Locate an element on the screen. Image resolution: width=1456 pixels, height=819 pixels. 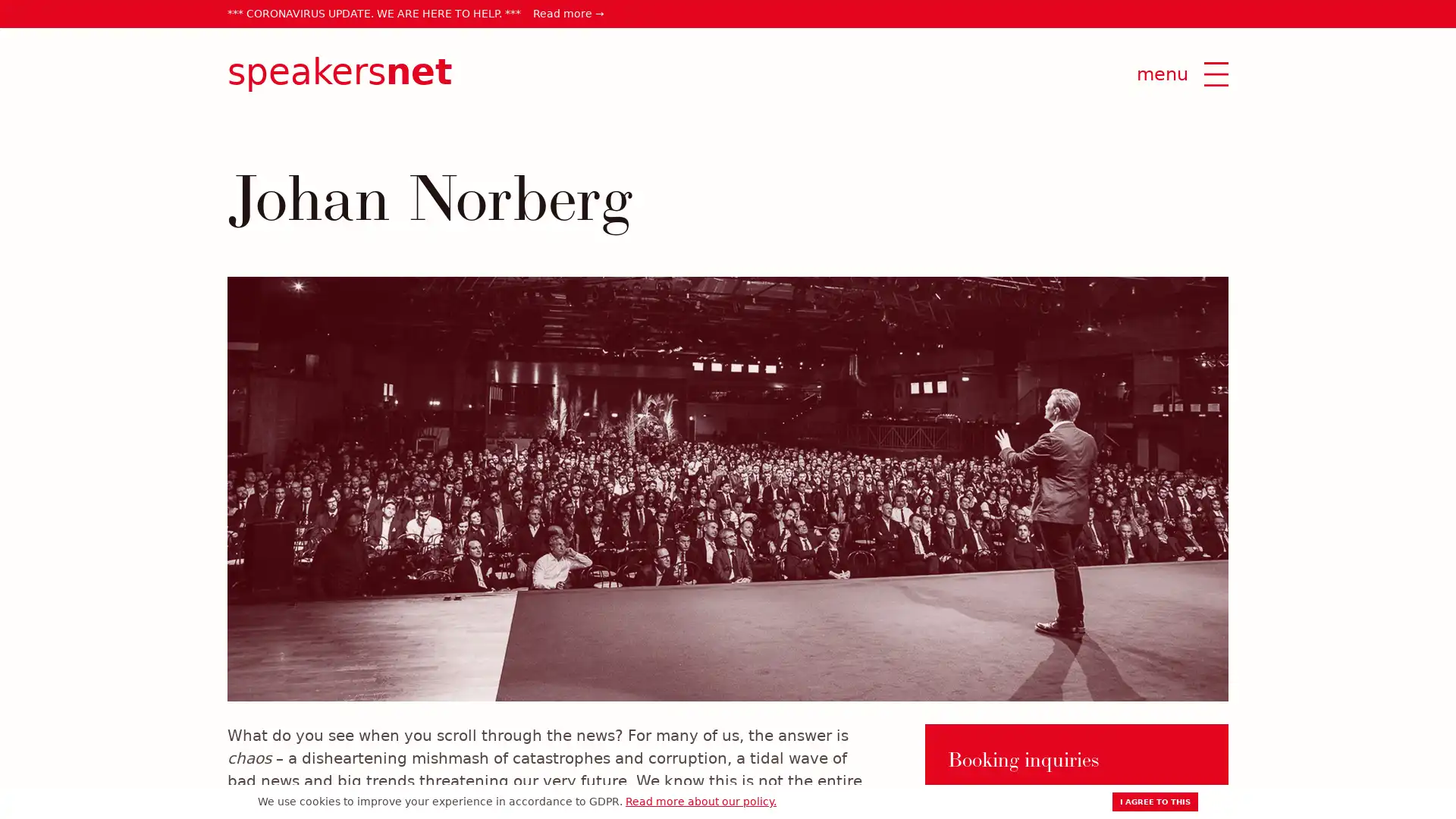
I AGREE TO THIS is located at coordinates (1154, 801).